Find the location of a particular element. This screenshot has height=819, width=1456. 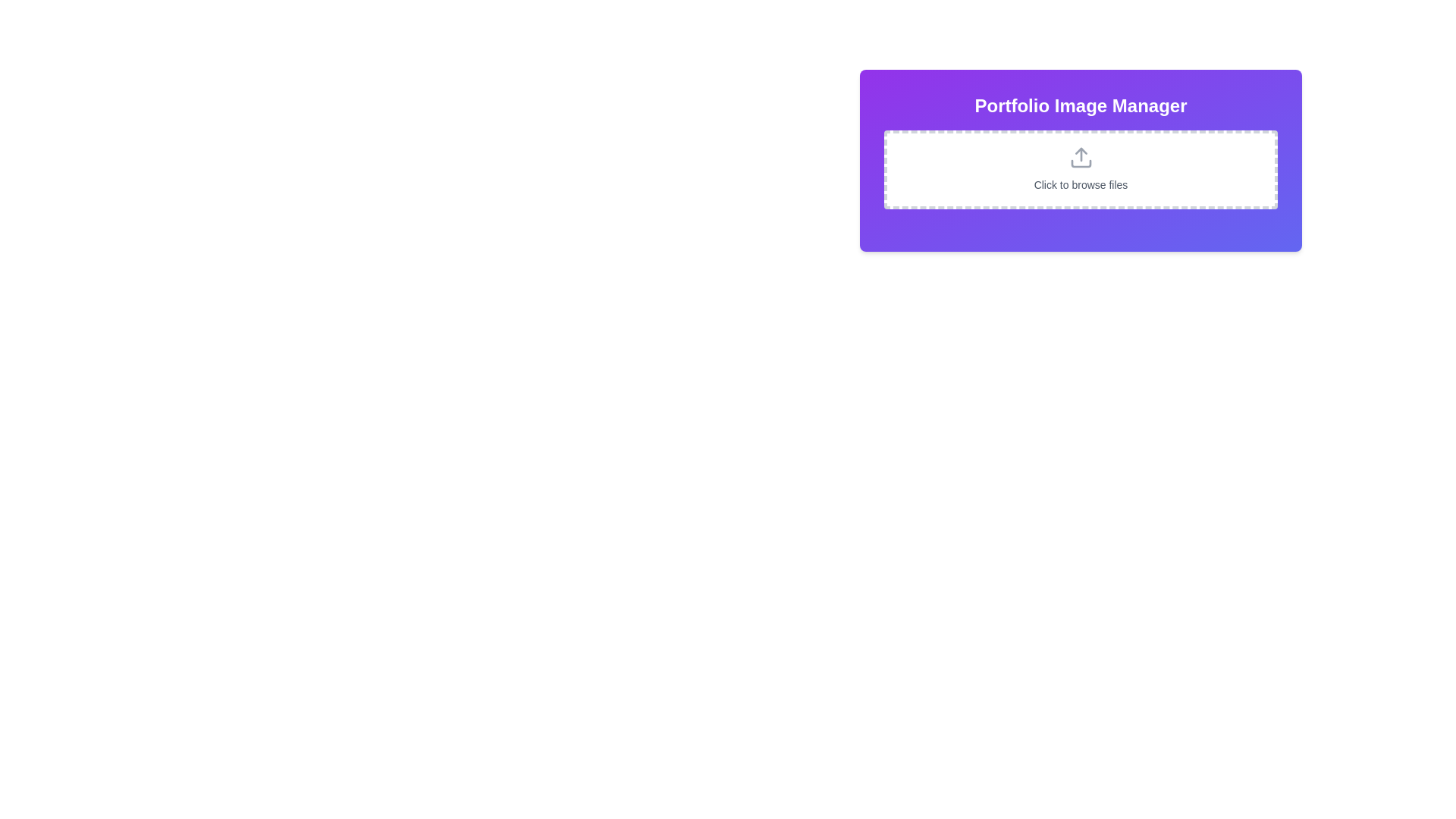

the upload icon, which is visually represented to indicate file upload functionality, located above the 'Click to browse files' text is located at coordinates (1080, 158).